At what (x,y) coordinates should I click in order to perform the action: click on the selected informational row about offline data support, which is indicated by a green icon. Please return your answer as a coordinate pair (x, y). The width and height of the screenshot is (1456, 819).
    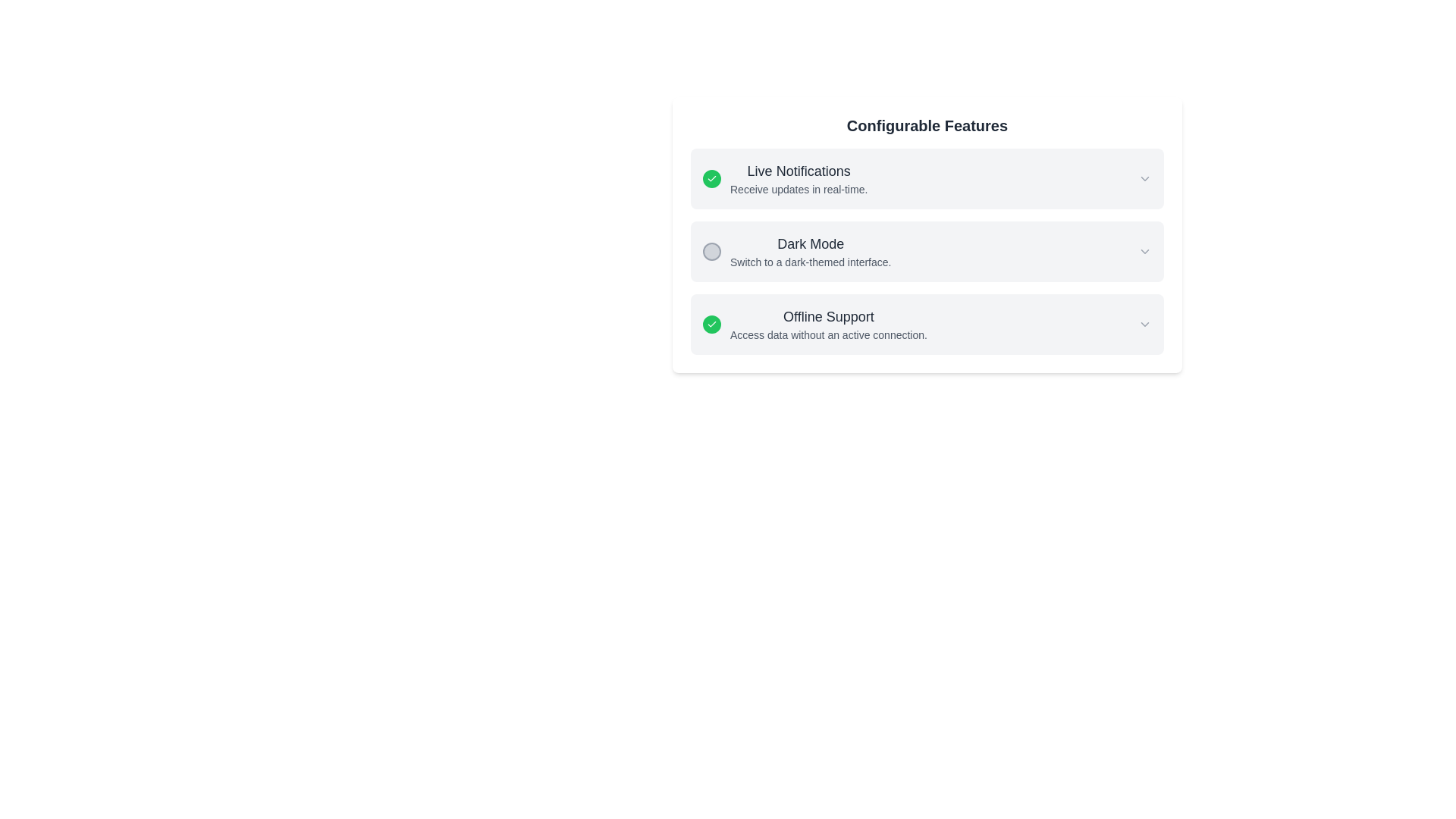
    Looking at the image, I should click on (814, 324).